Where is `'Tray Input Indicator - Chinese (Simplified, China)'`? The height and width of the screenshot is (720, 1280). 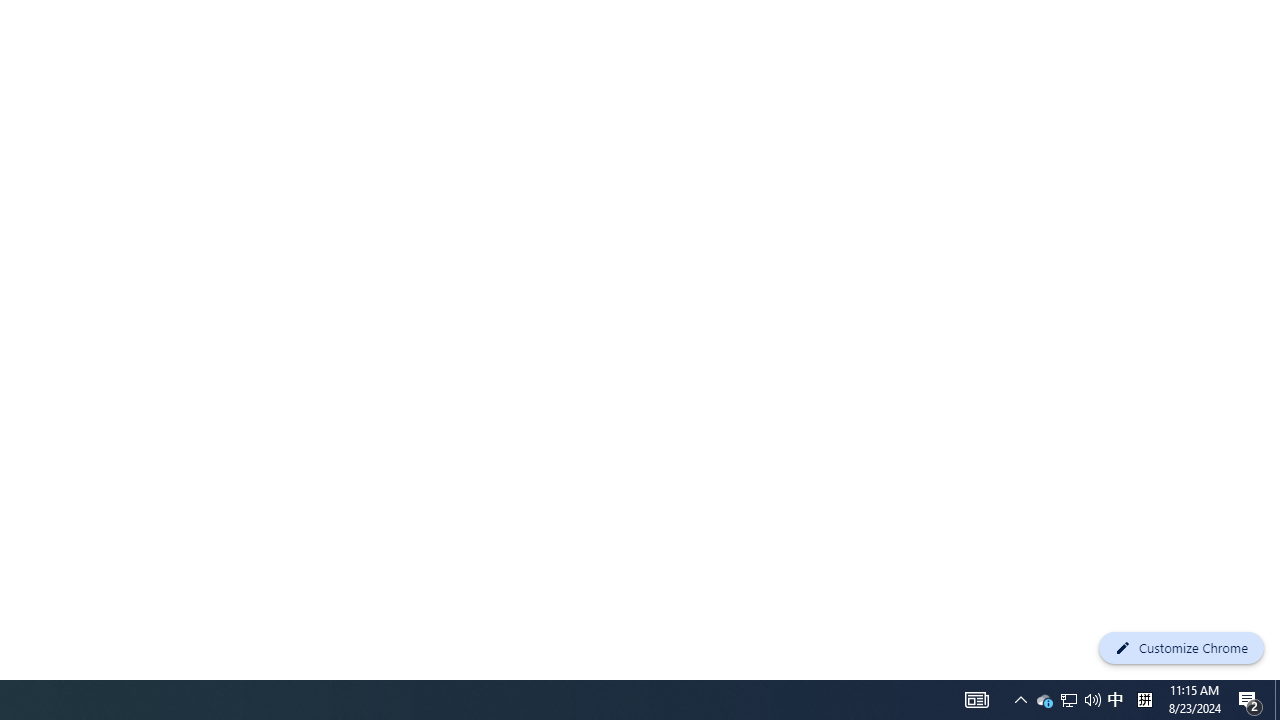 'Tray Input Indicator - Chinese (Simplified, China)' is located at coordinates (1068, 698).